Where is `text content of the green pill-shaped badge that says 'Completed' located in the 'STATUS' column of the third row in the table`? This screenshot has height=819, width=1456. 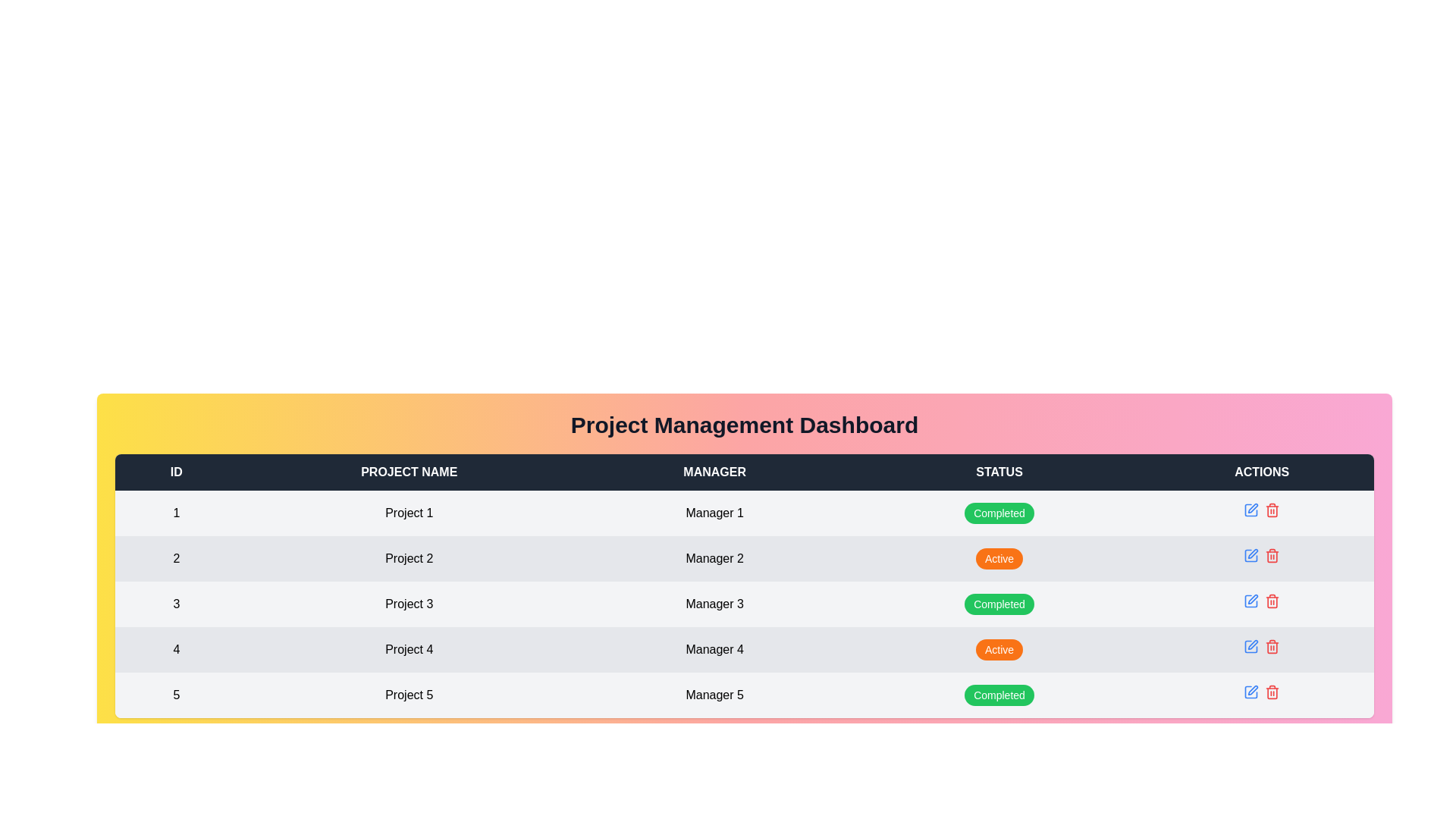
text content of the green pill-shaped badge that says 'Completed' located in the 'STATUS' column of the third row in the table is located at coordinates (999, 604).